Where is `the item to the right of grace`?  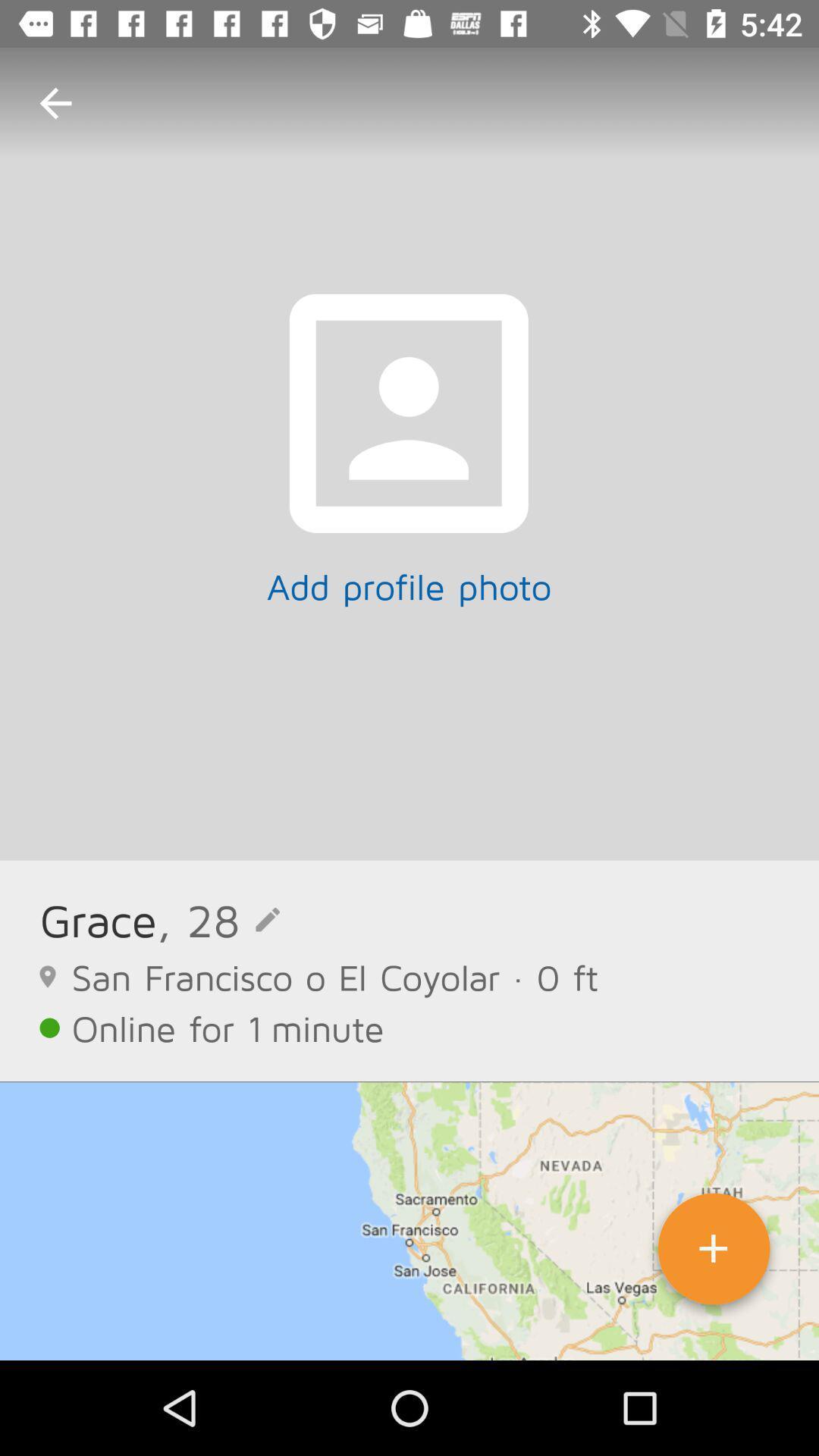 the item to the right of grace is located at coordinates (218, 919).